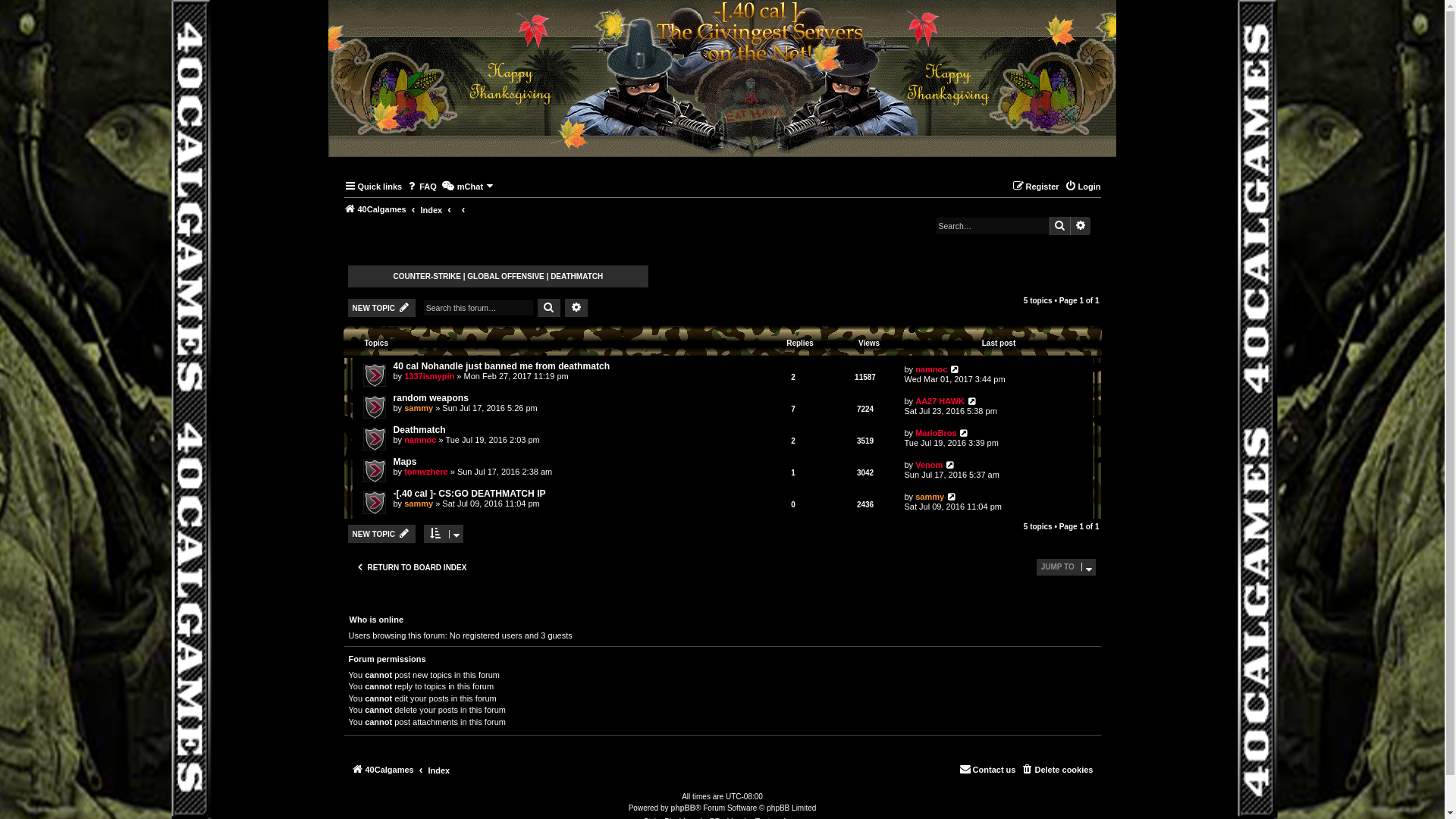 This screenshot has height=819, width=1456. I want to click on 'Deathmatch', so click(393, 430).